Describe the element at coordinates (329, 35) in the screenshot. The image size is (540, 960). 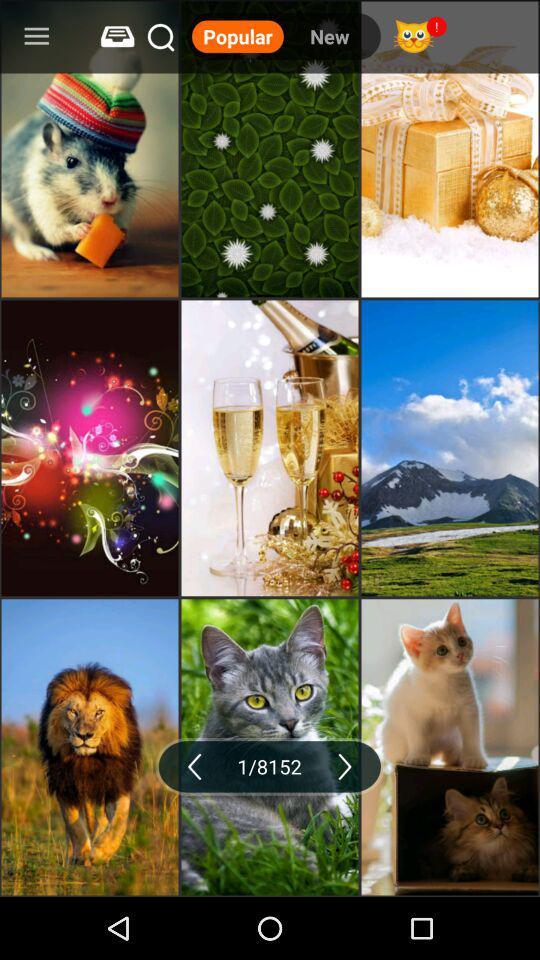
I see `the new item` at that location.